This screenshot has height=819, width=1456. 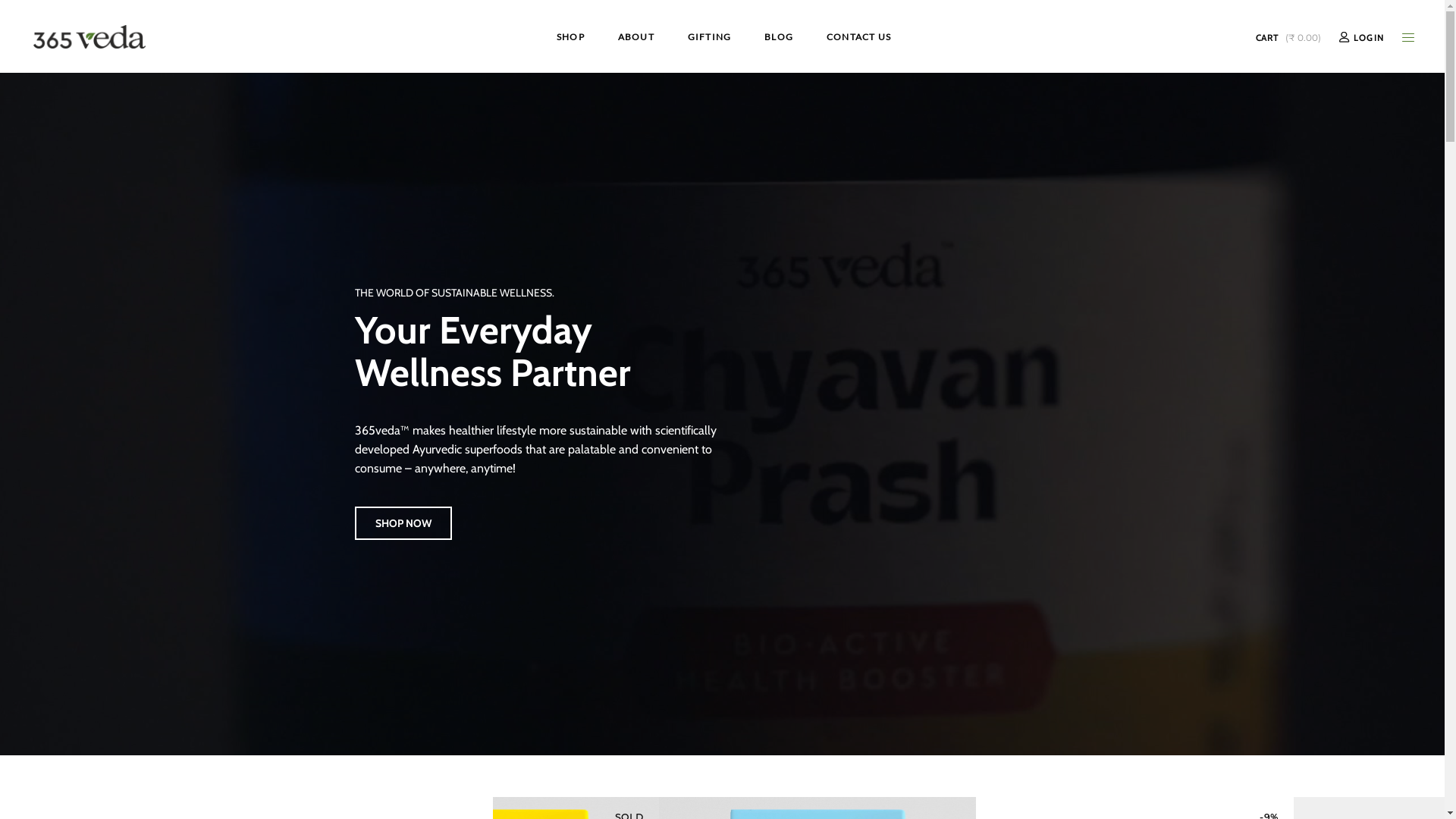 I want to click on 'BLOG', so click(x=747, y=35).